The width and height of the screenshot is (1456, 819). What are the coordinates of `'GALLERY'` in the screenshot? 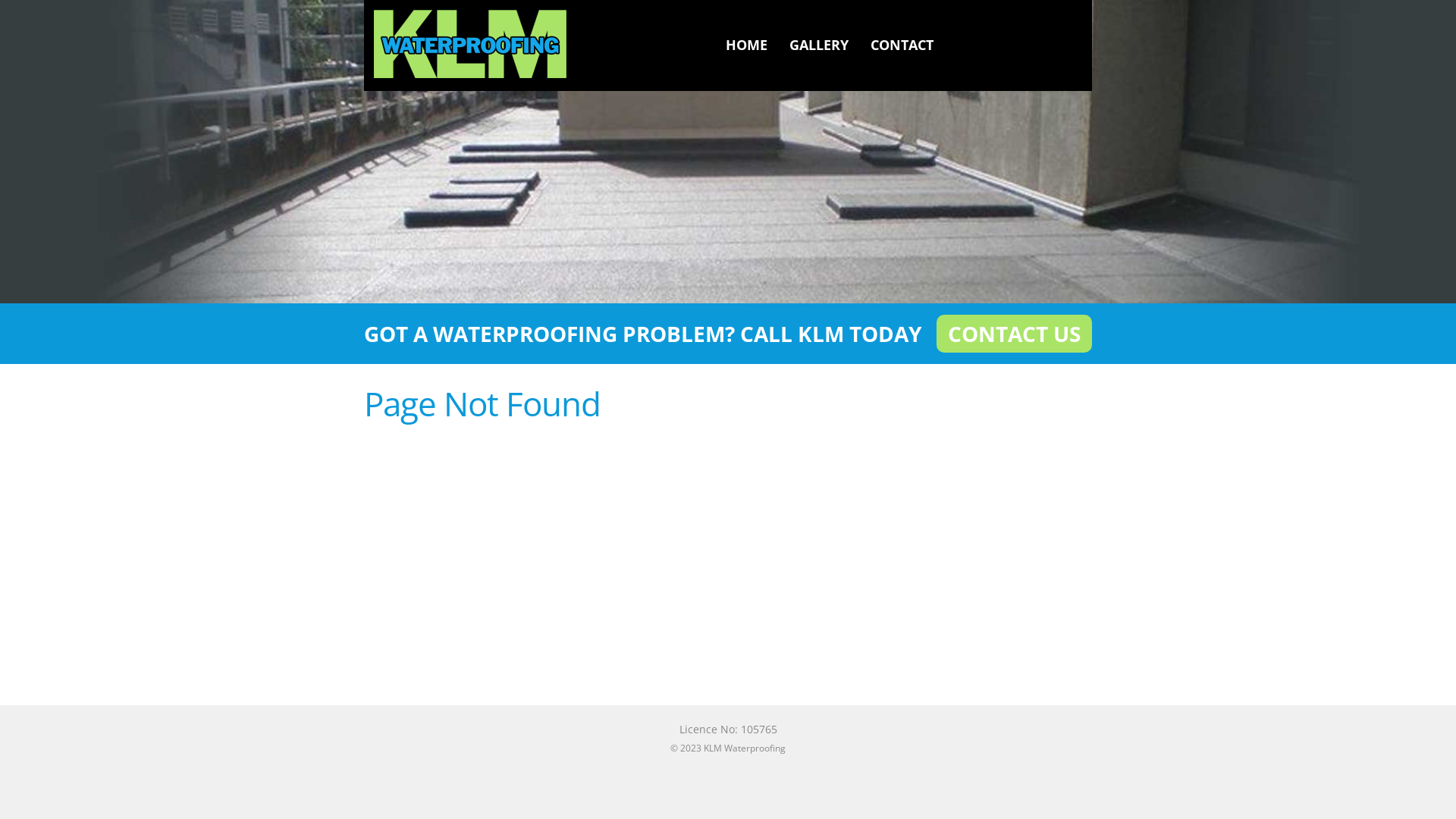 It's located at (818, 43).